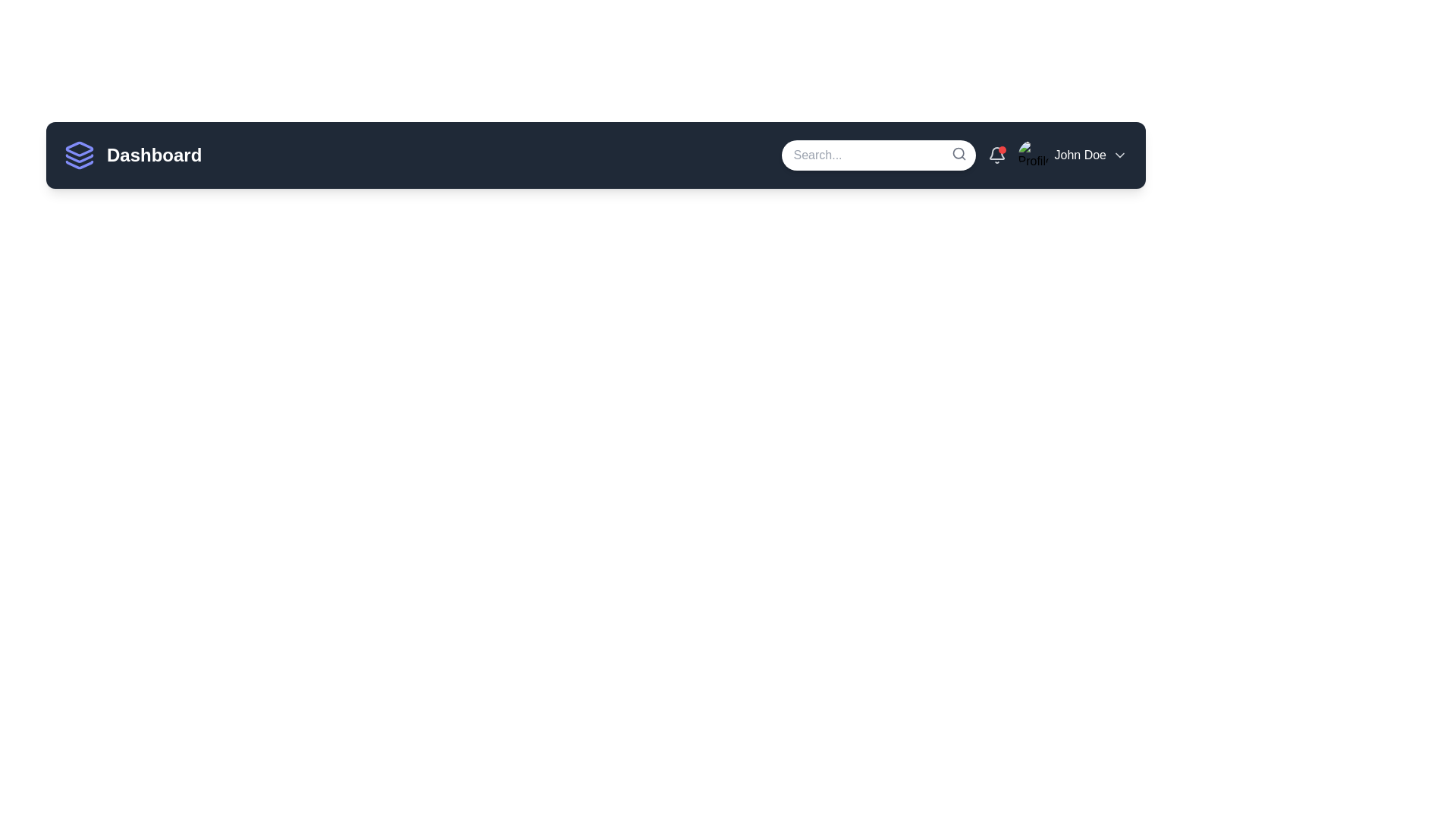 This screenshot has width=1456, height=819. I want to click on the text label in the horizontal navigation bar that indicates the current section, located to the right of the stack of layers icon, to possibly reveal more information, so click(154, 155).